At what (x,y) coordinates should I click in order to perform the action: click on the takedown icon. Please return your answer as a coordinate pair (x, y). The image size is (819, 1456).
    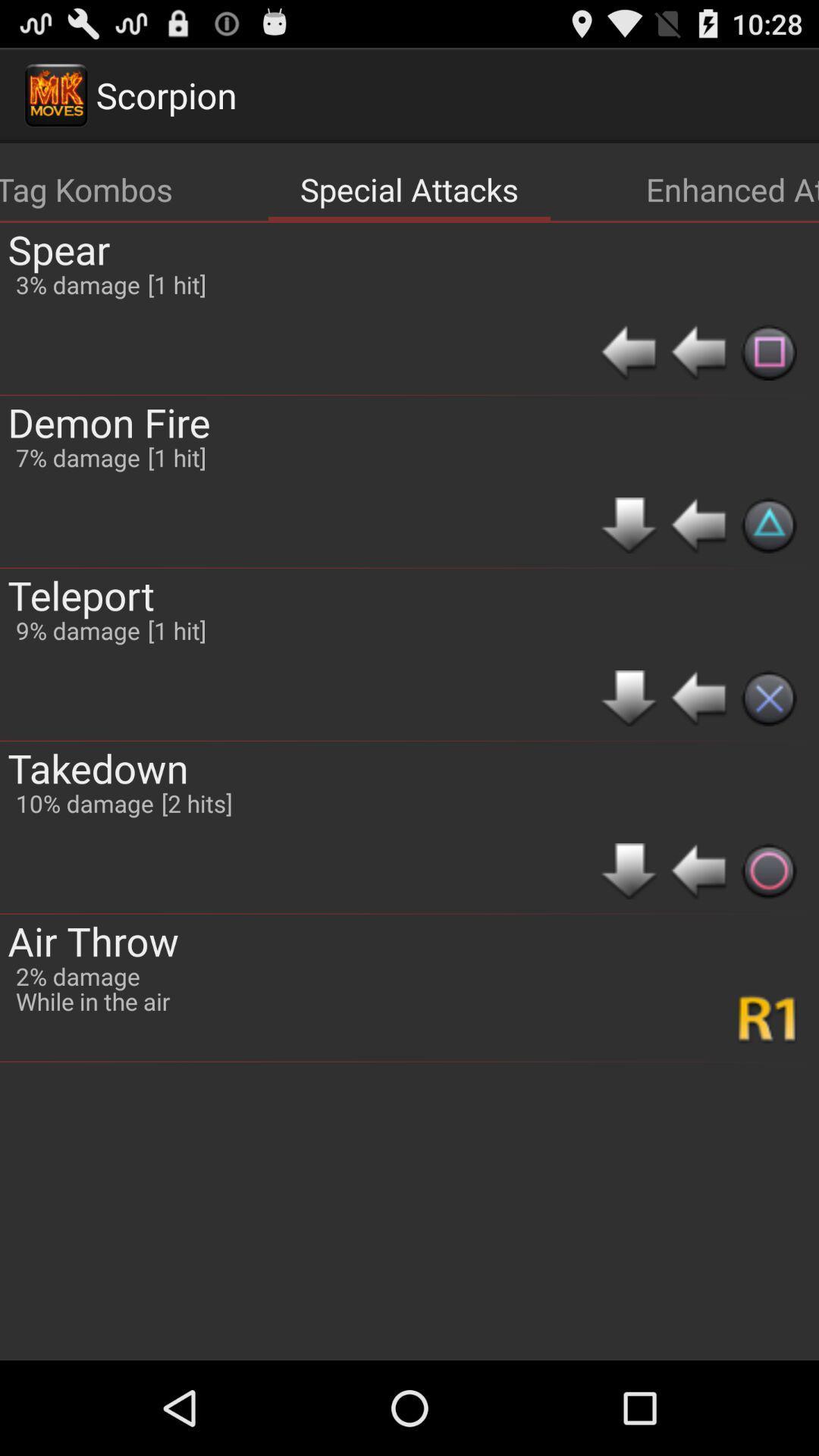
    Looking at the image, I should click on (98, 767).